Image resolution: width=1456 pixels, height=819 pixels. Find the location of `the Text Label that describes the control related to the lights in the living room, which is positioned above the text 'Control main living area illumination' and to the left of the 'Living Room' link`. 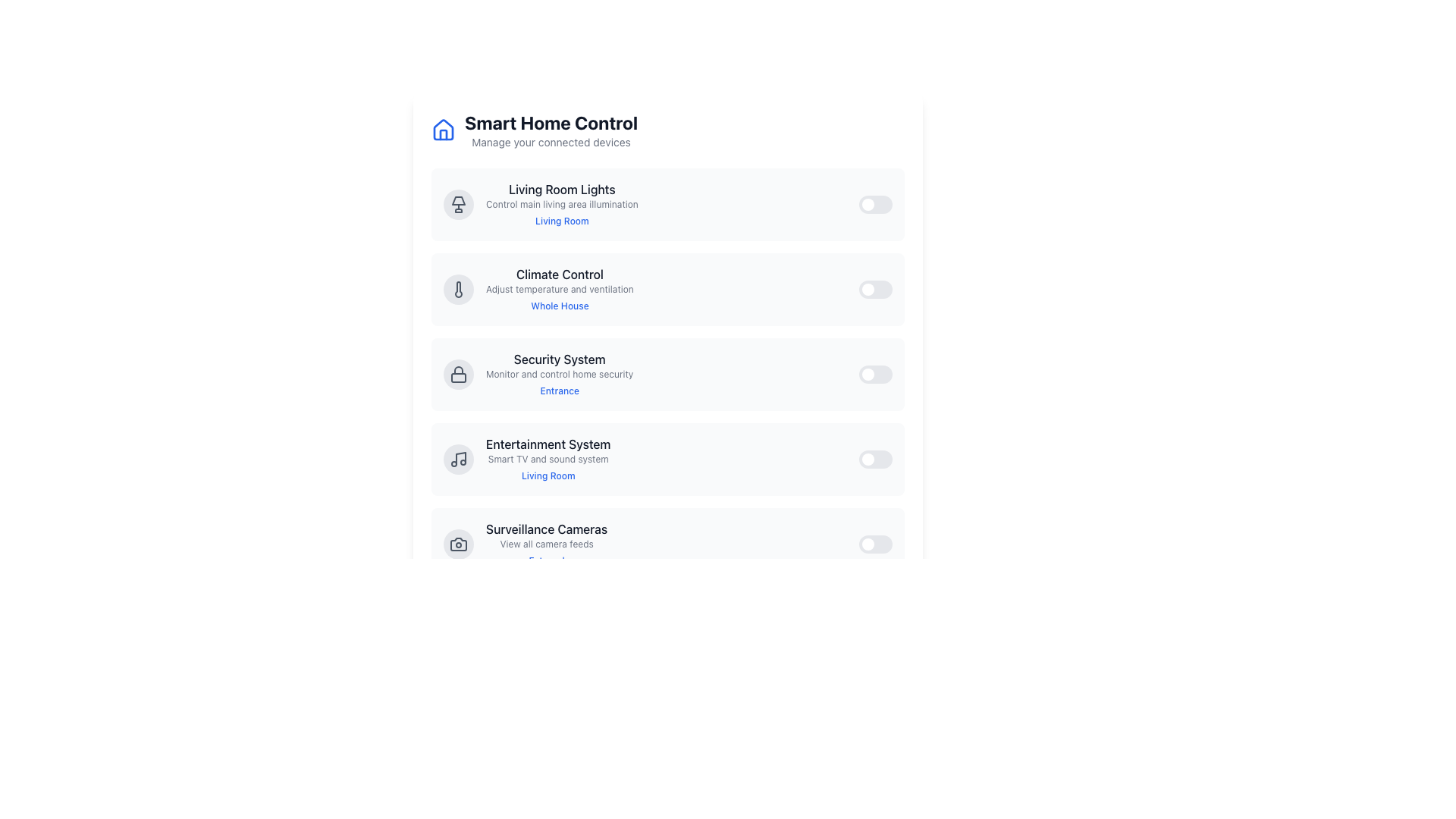

the Text Label that describes the control related to the lights in the living room, which is positioned above the text 'Control main living area illumination' and to the left of the 'Living Room' link is located at coordinates (561, 189).